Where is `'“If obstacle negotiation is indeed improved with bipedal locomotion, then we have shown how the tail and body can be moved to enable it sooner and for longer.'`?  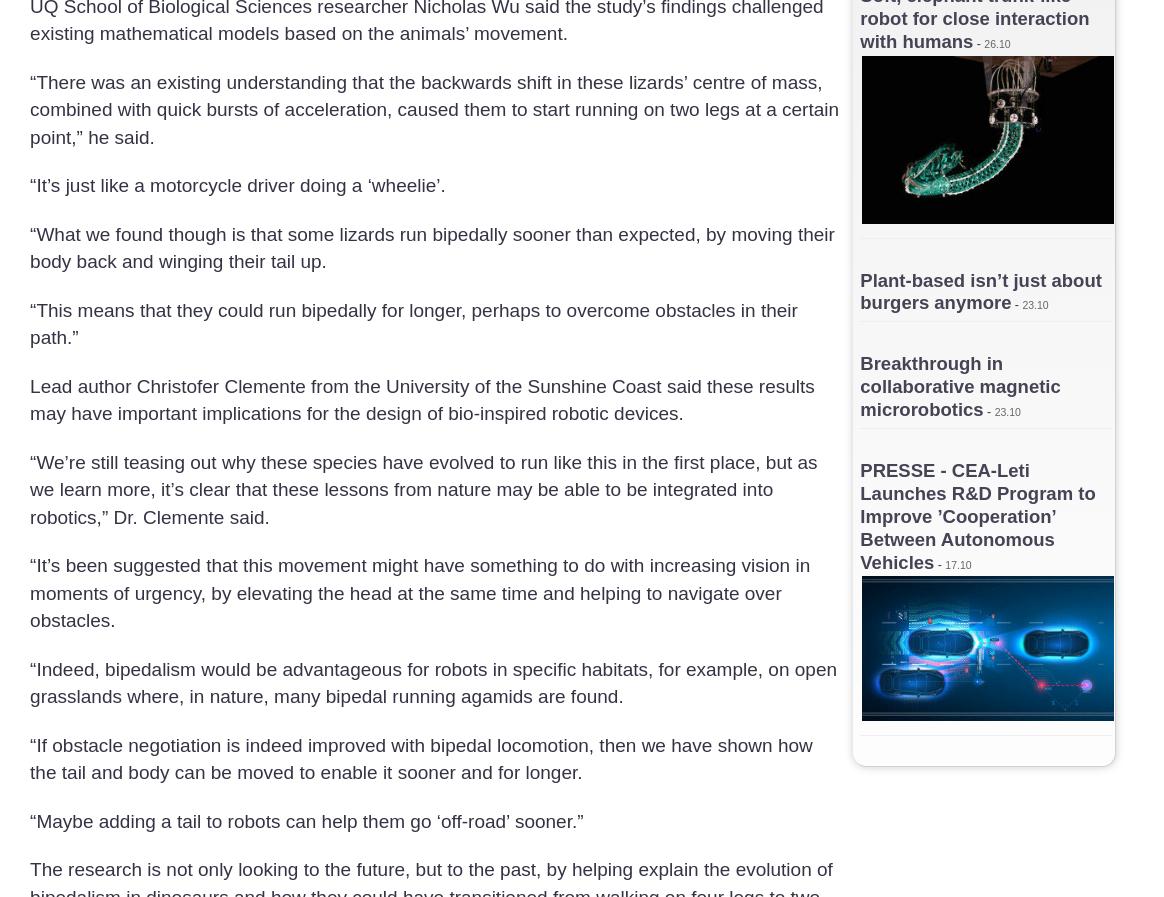
'“If obstacle negotiation is indeed improved with bipedal locomotion, then we have shown how the tail and body can be moved to enable it sooner and for longer.' is located at coordinates (30, 758).